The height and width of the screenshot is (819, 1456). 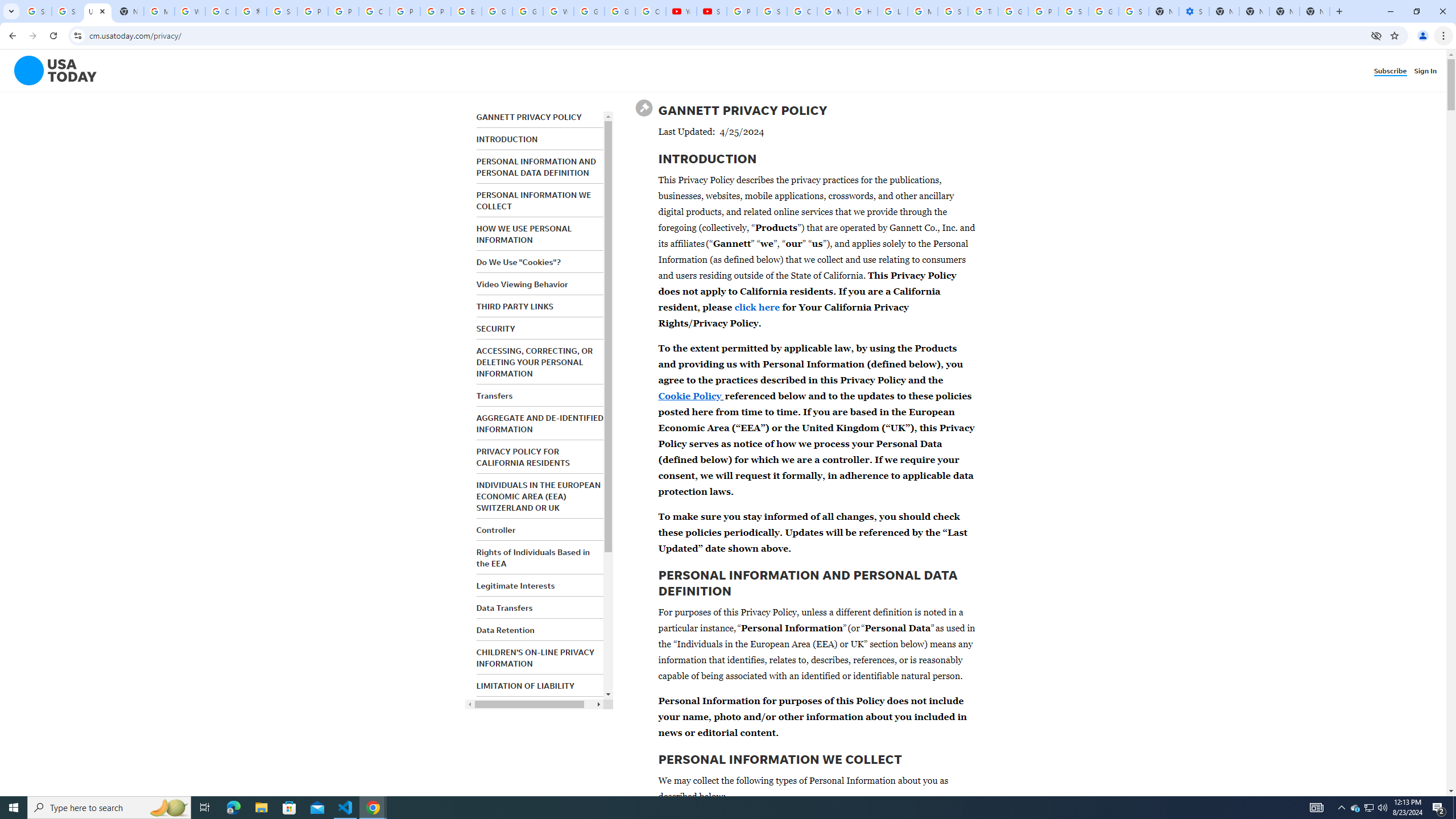 I want to click on 'Google Ads - Sign in', so click(x=1013, y=11).